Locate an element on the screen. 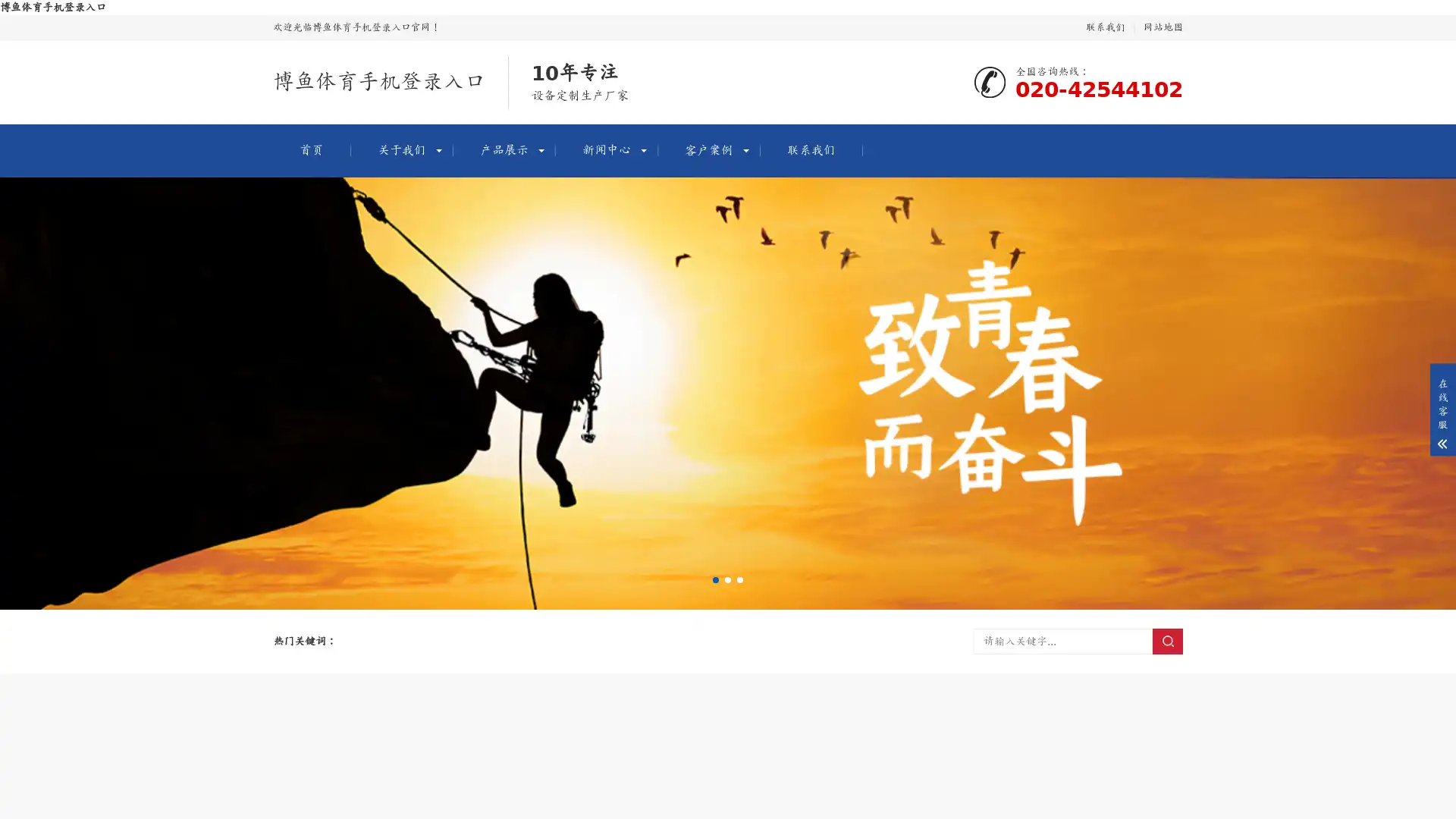 The width and height of the screenshot is (1456, 819). Go to slide 3 is located at coordinates (739, 579).